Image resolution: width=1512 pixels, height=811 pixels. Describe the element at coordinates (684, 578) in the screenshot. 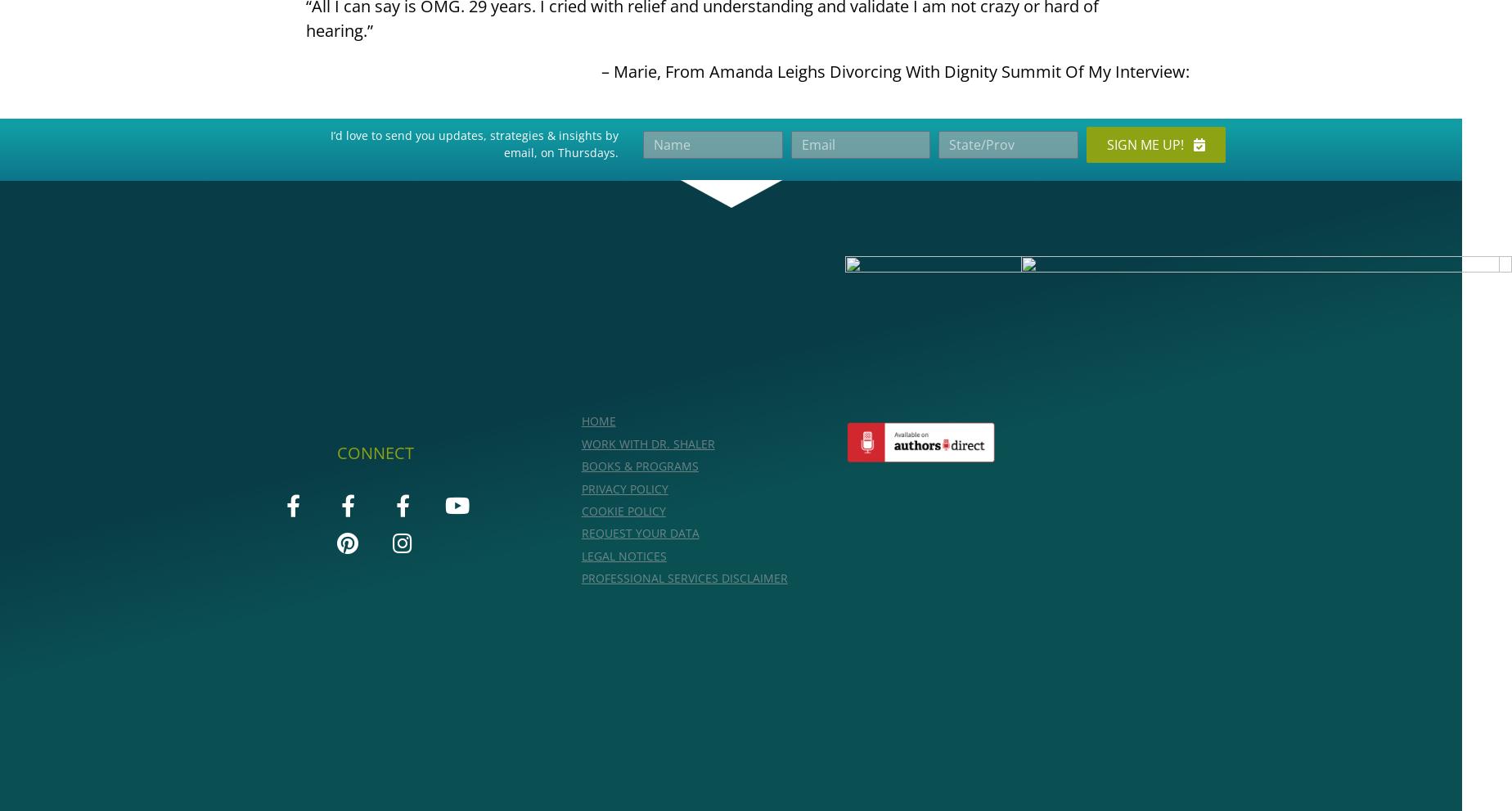

I see `'Professional Services Disclaimer'` at that location.